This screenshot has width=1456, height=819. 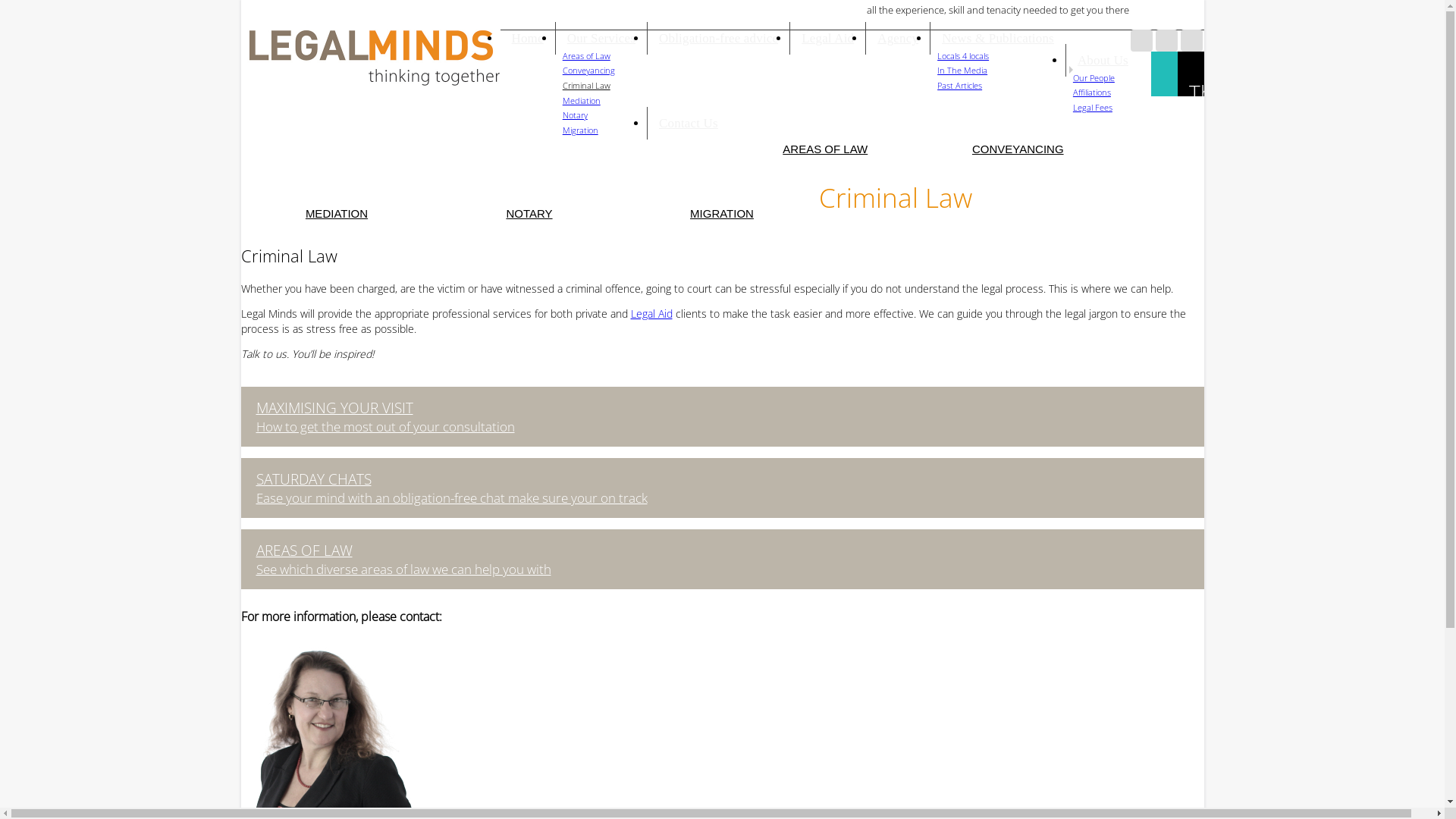 What do you see at coordinates (1103, 59) in the screenshot?
I see `'About Us'` at bounding box center [1103, 59].